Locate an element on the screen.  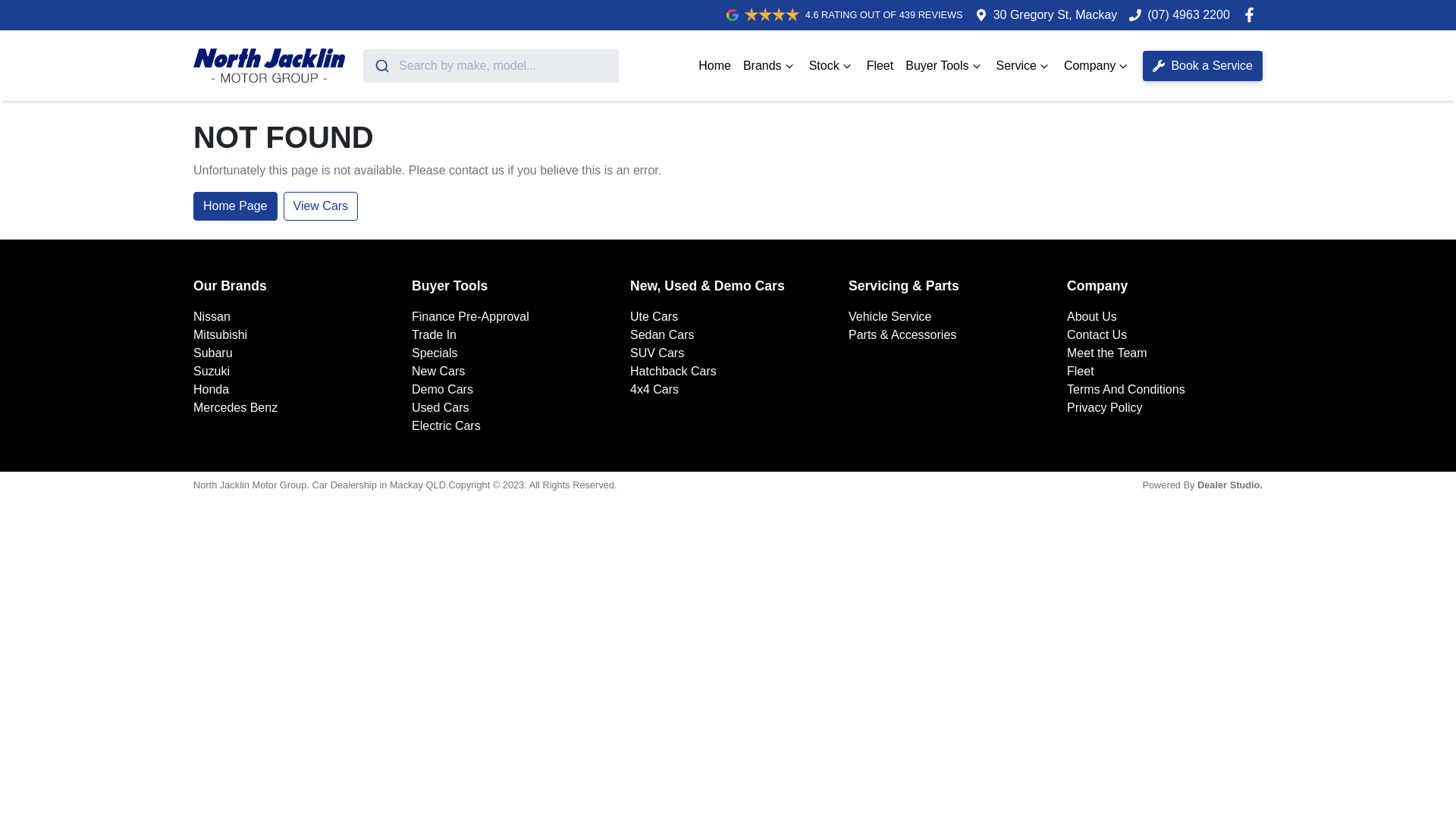
'Buyer Tools' is located at coordinates (943, 64).